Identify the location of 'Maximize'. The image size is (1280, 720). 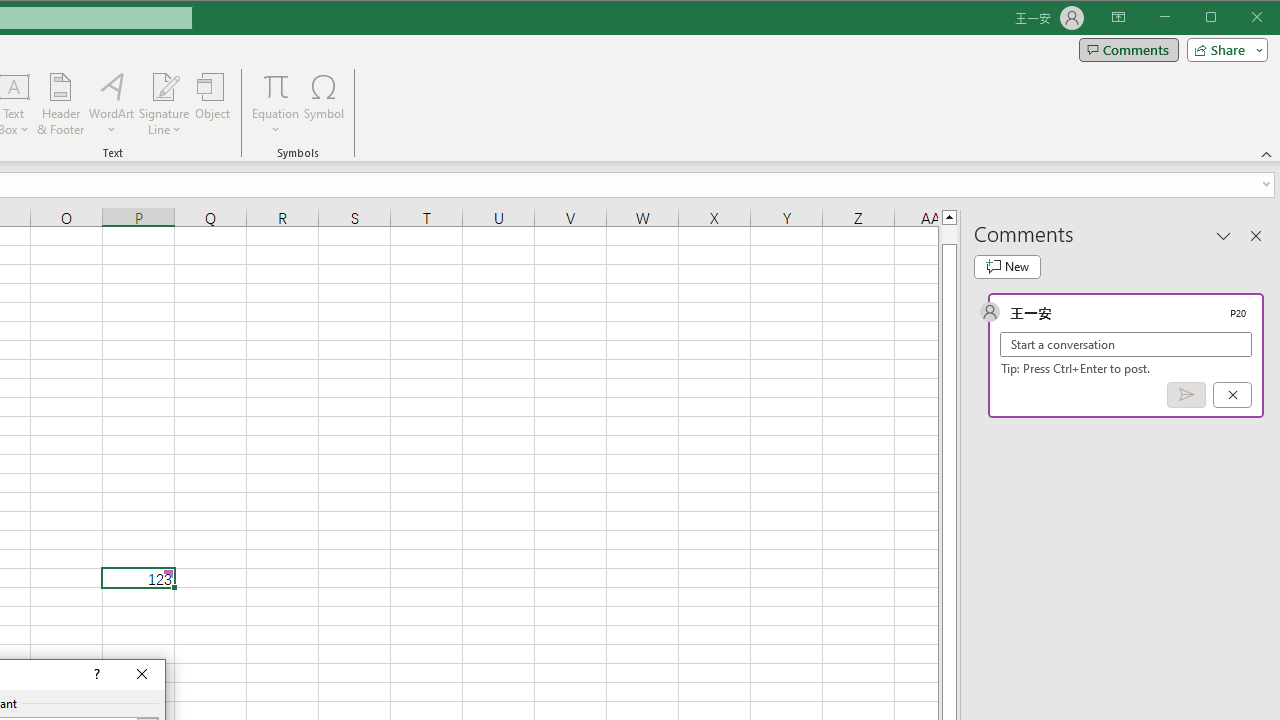
(1238, 19).